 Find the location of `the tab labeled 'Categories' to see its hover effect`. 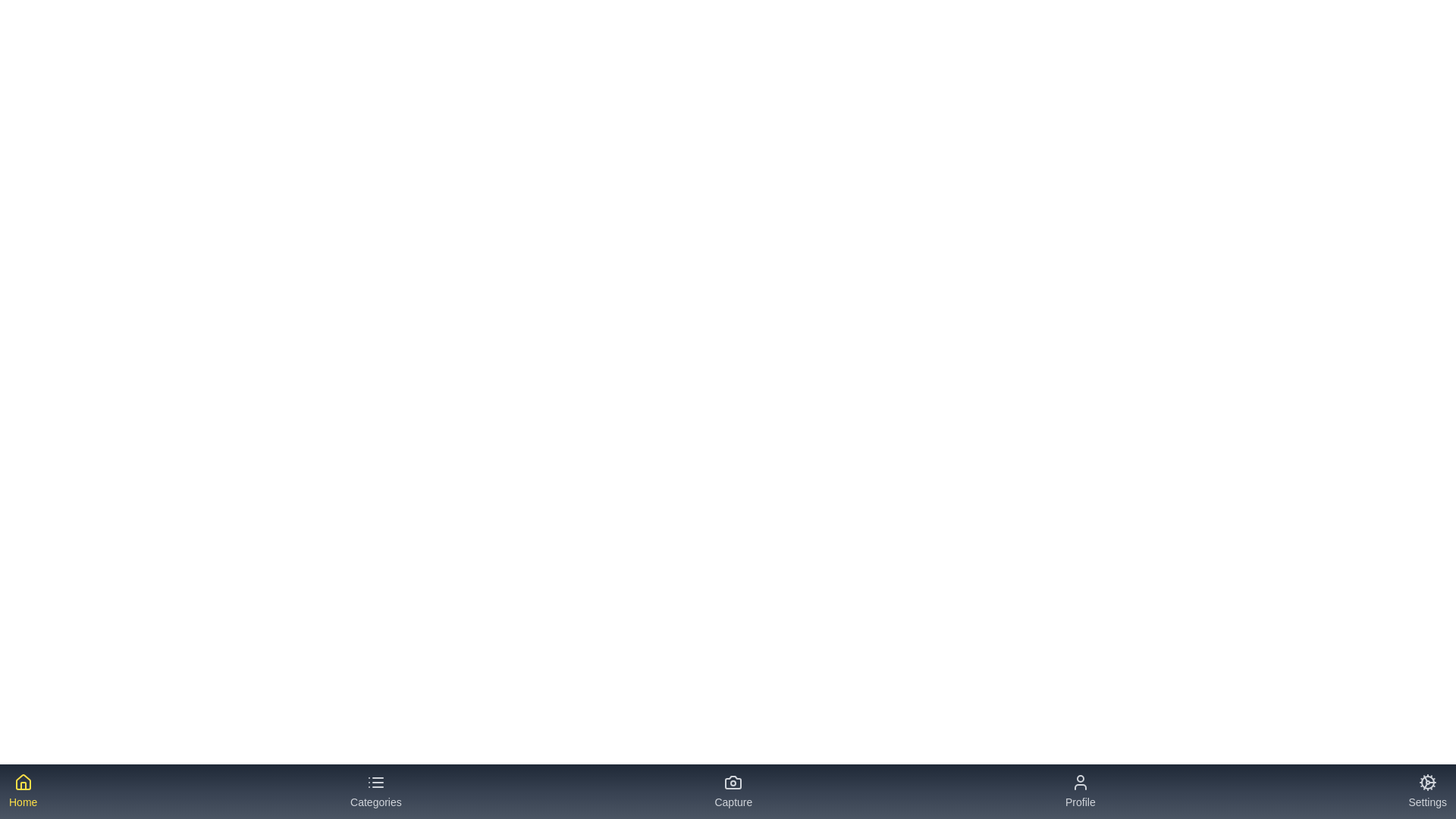

the tab labeled 'Categories' to see its hover effect is located at coordinates (375, 791).